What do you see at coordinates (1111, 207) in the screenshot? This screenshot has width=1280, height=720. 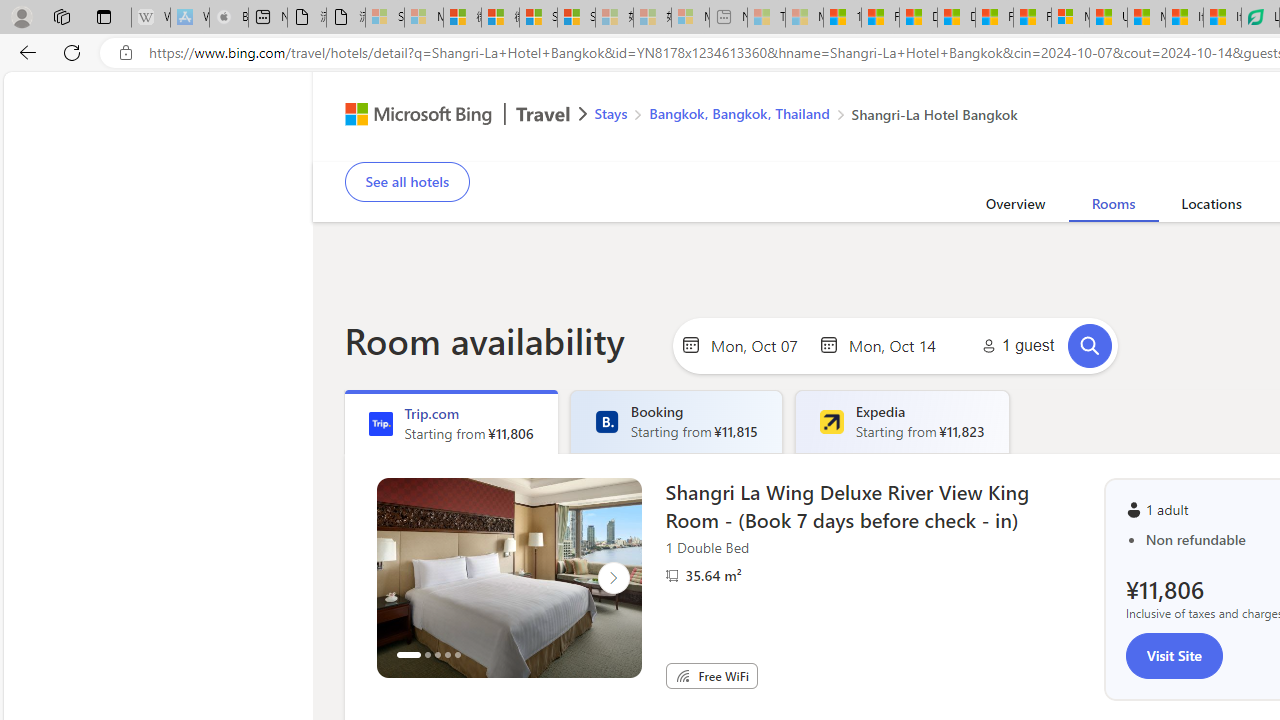 I see `'Rooms'` at bounding box center [1111, 207].